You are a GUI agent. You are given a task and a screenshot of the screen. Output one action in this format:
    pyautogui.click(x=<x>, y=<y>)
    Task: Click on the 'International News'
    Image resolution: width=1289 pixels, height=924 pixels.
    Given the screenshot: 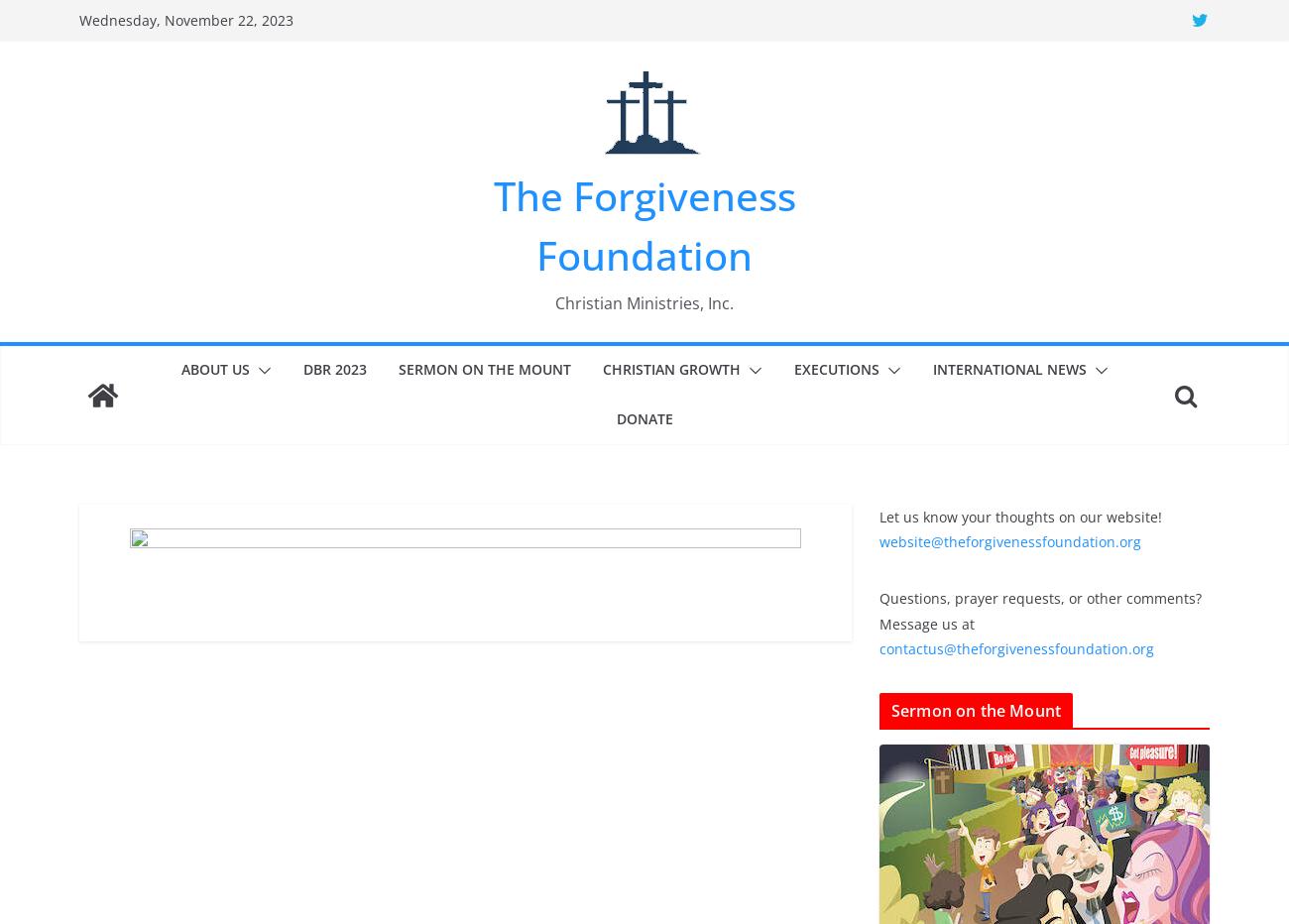 What is the action you would take?
    pyautogui.click(x=932, y=367)
    